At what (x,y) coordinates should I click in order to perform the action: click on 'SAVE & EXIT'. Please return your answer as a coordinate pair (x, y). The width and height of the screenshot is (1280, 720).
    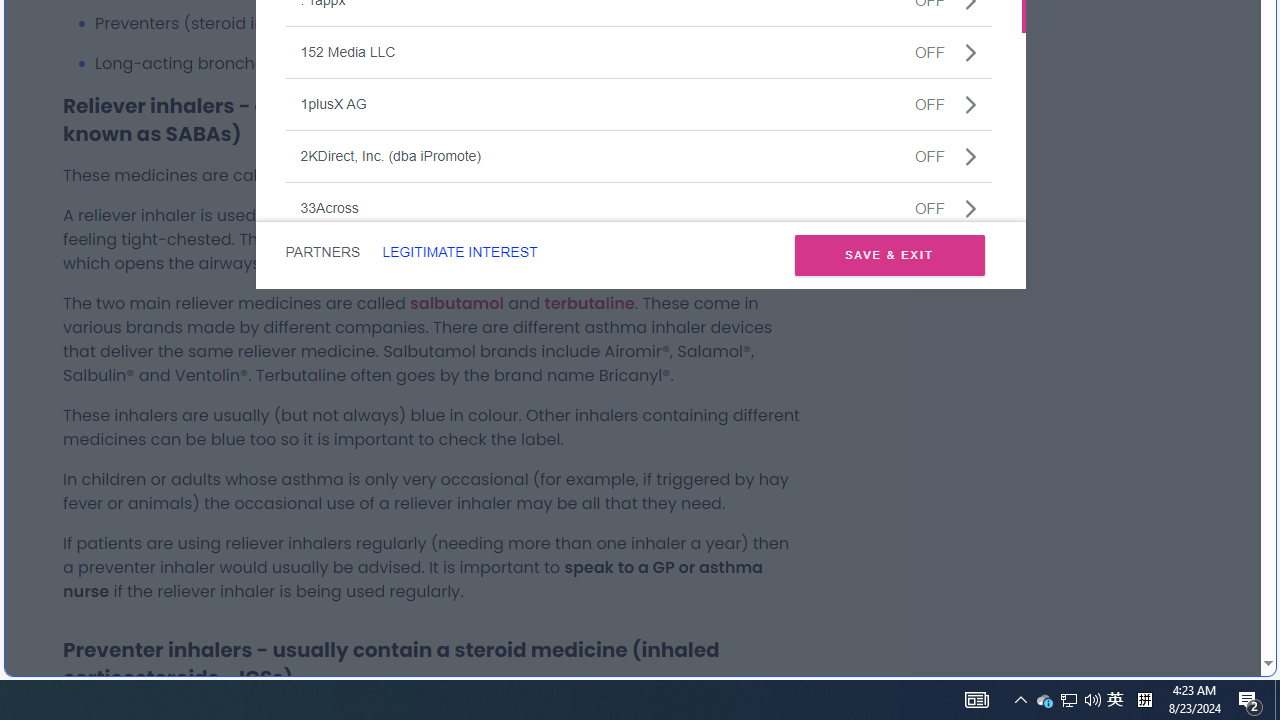
    Looking at the image, I should click on (888, 254).